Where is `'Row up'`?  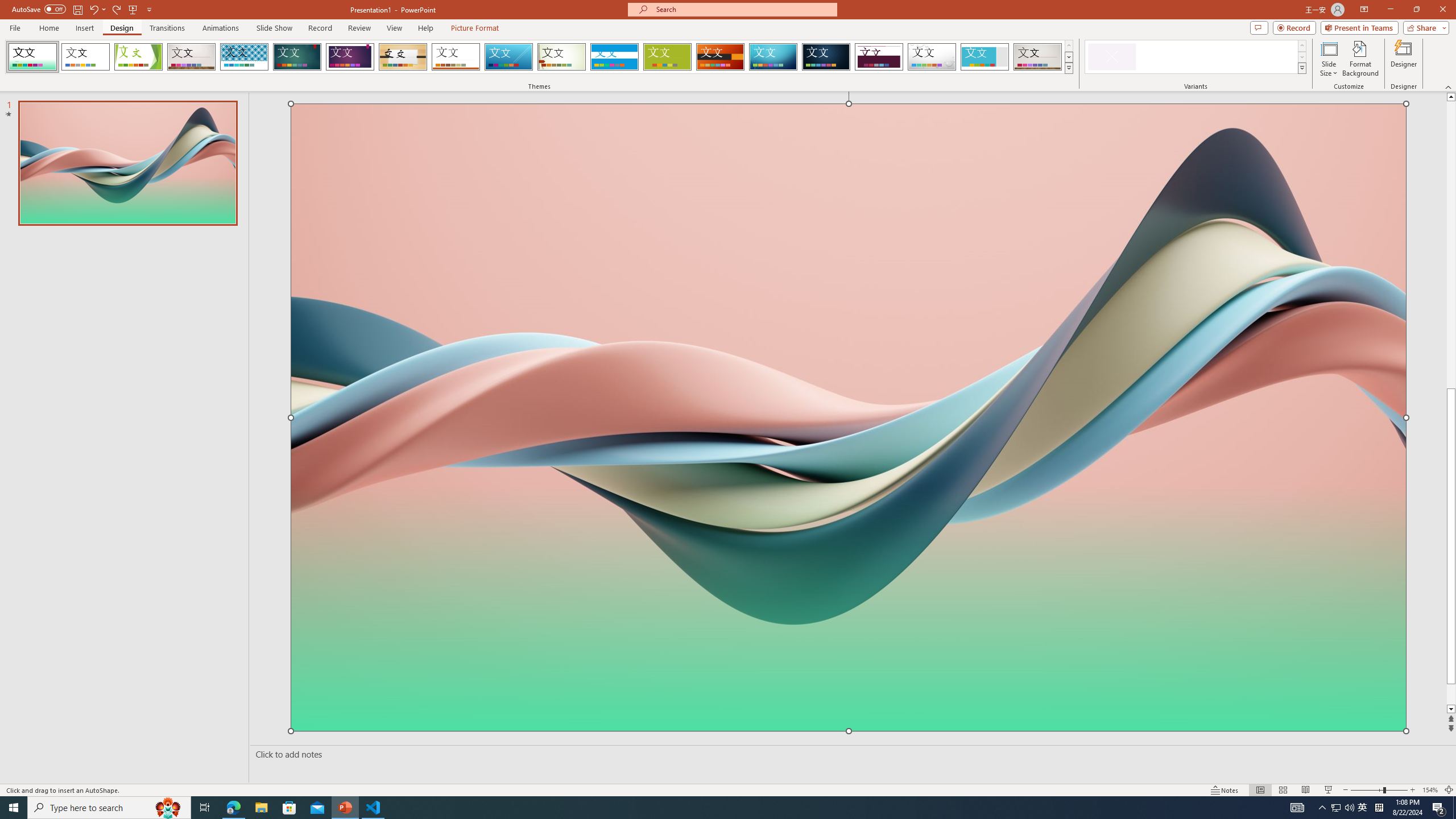 'Row up' is located at coordinates (1301, 45).